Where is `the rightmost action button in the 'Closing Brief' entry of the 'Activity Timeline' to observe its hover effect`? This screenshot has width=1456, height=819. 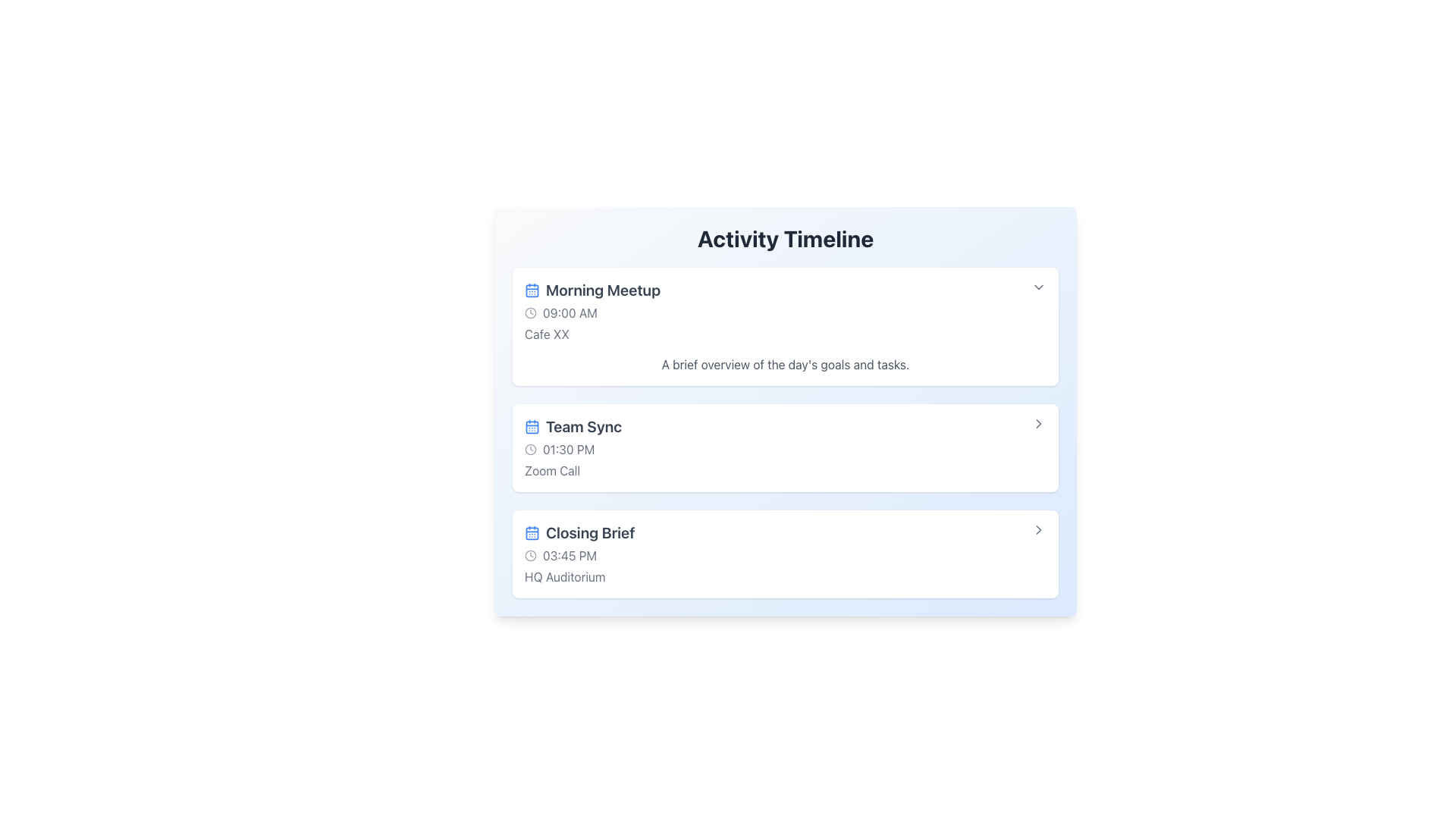 the rightmost action button in the 'Closing Brief' entry of the 'Activity Timeline' to observe its hover effect is located at coordinates (1037, 529).